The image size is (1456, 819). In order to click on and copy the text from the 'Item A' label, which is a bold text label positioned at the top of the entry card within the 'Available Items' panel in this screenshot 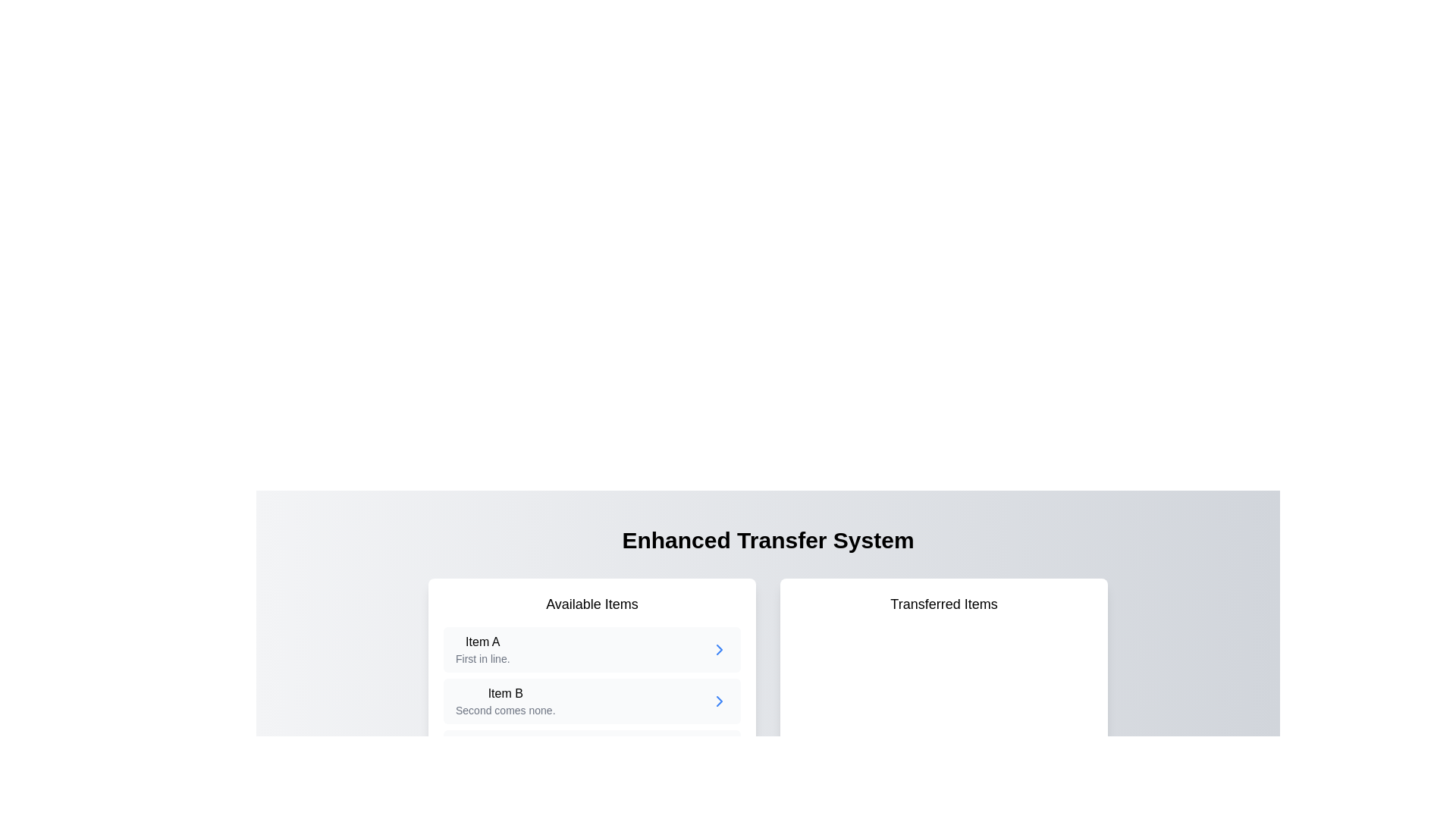, I will do `click(482, 642)`.